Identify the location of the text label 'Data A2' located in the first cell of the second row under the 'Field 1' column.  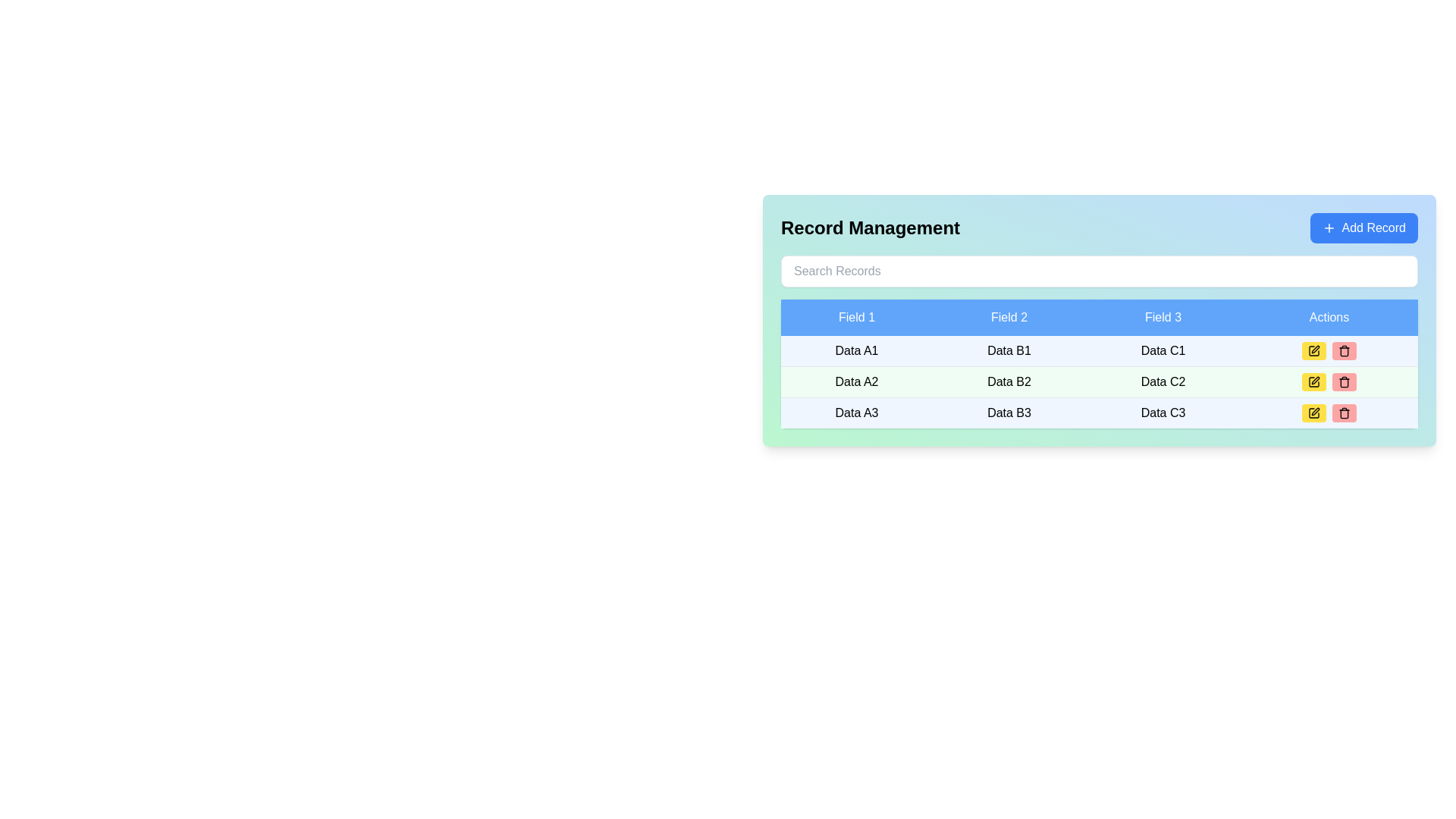
(857, 381).